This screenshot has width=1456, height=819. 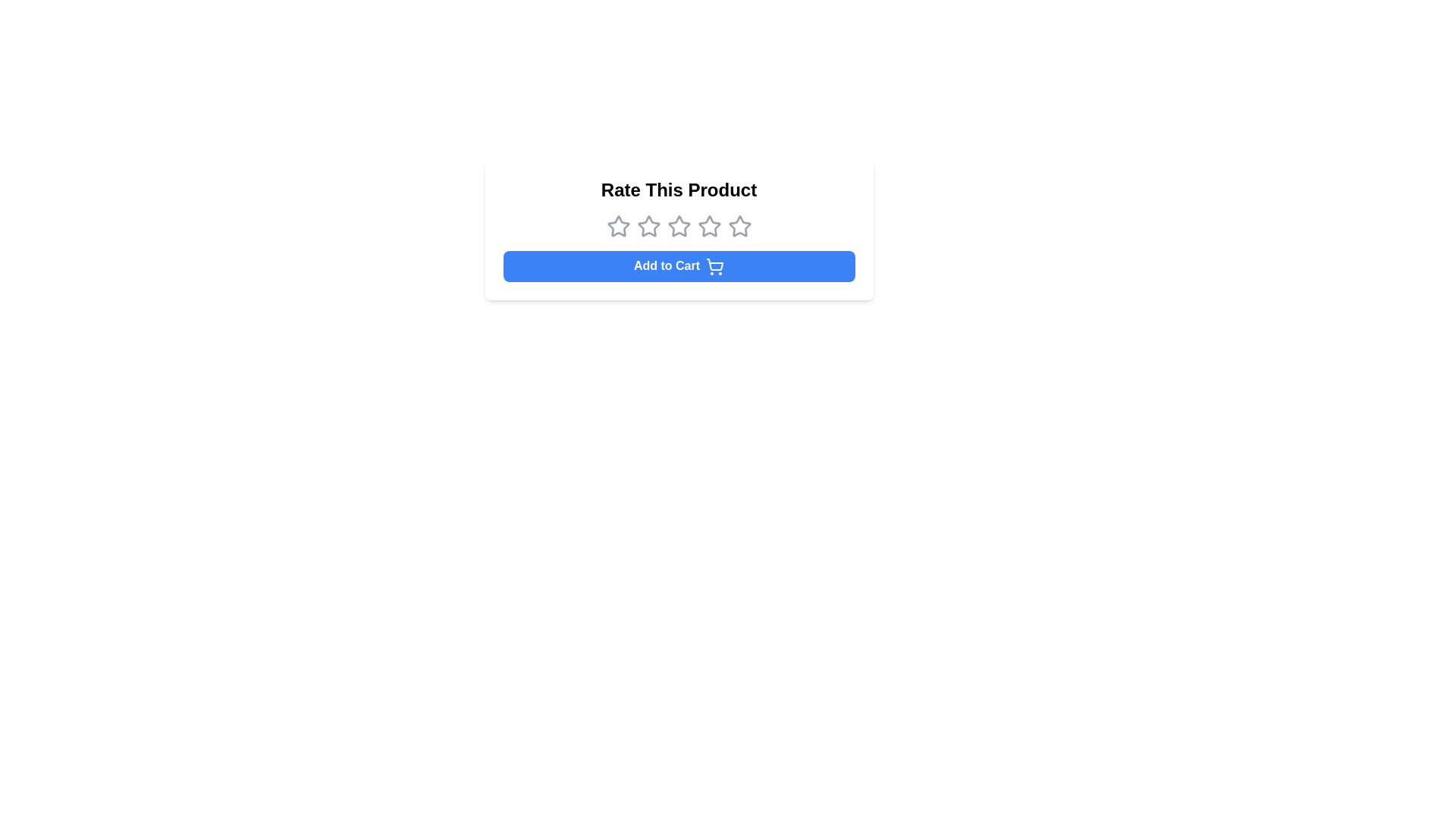 What do you see at coordinates (678, 227) in the screenshot?
I see `the hollow star icon styled in light gray, which is the third star in a horizontal list of five stars` at bounding box center [678, 227].